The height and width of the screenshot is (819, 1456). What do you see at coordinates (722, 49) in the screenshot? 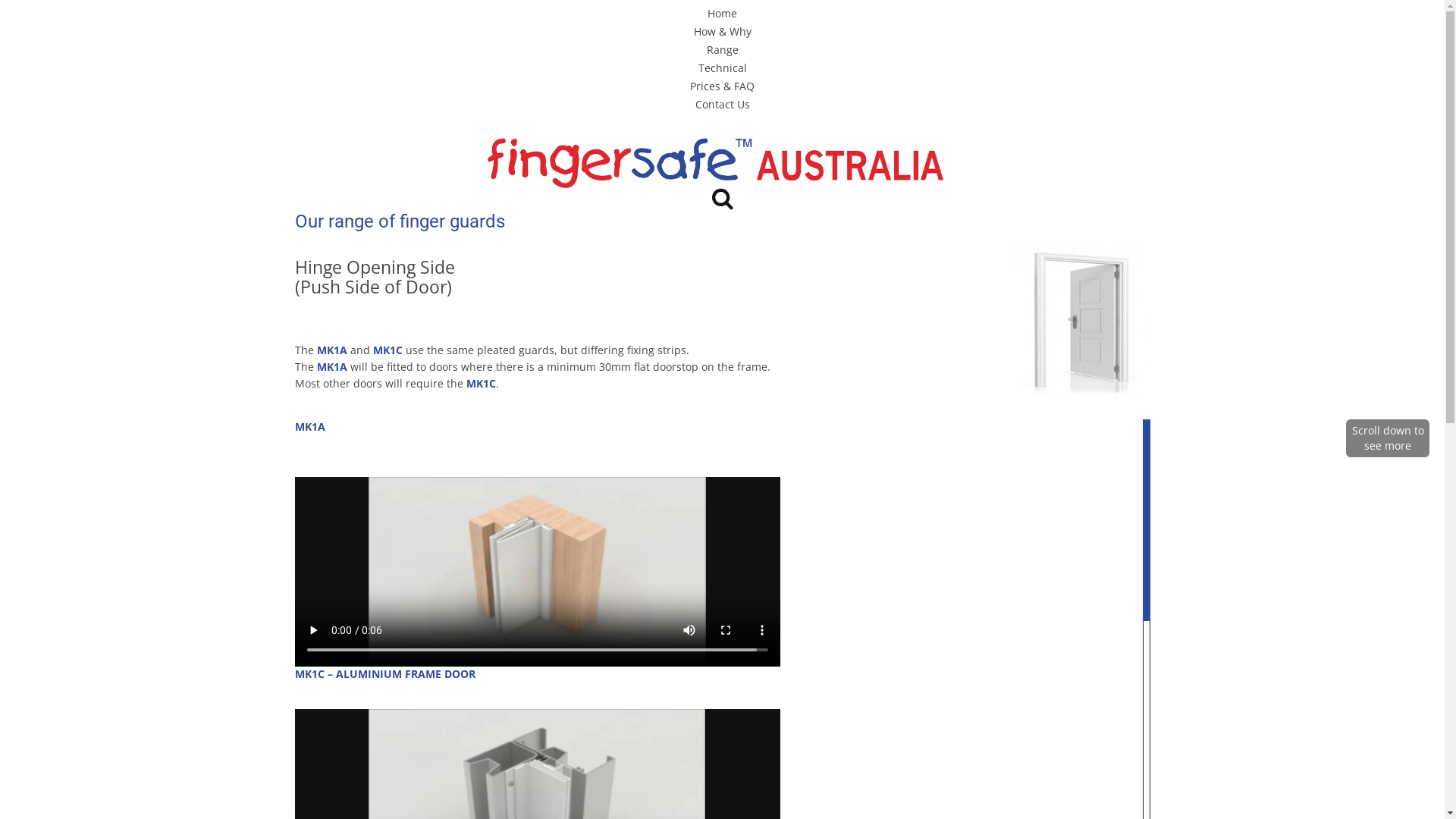
I see `'Range'` at bounding box center [722, 49].